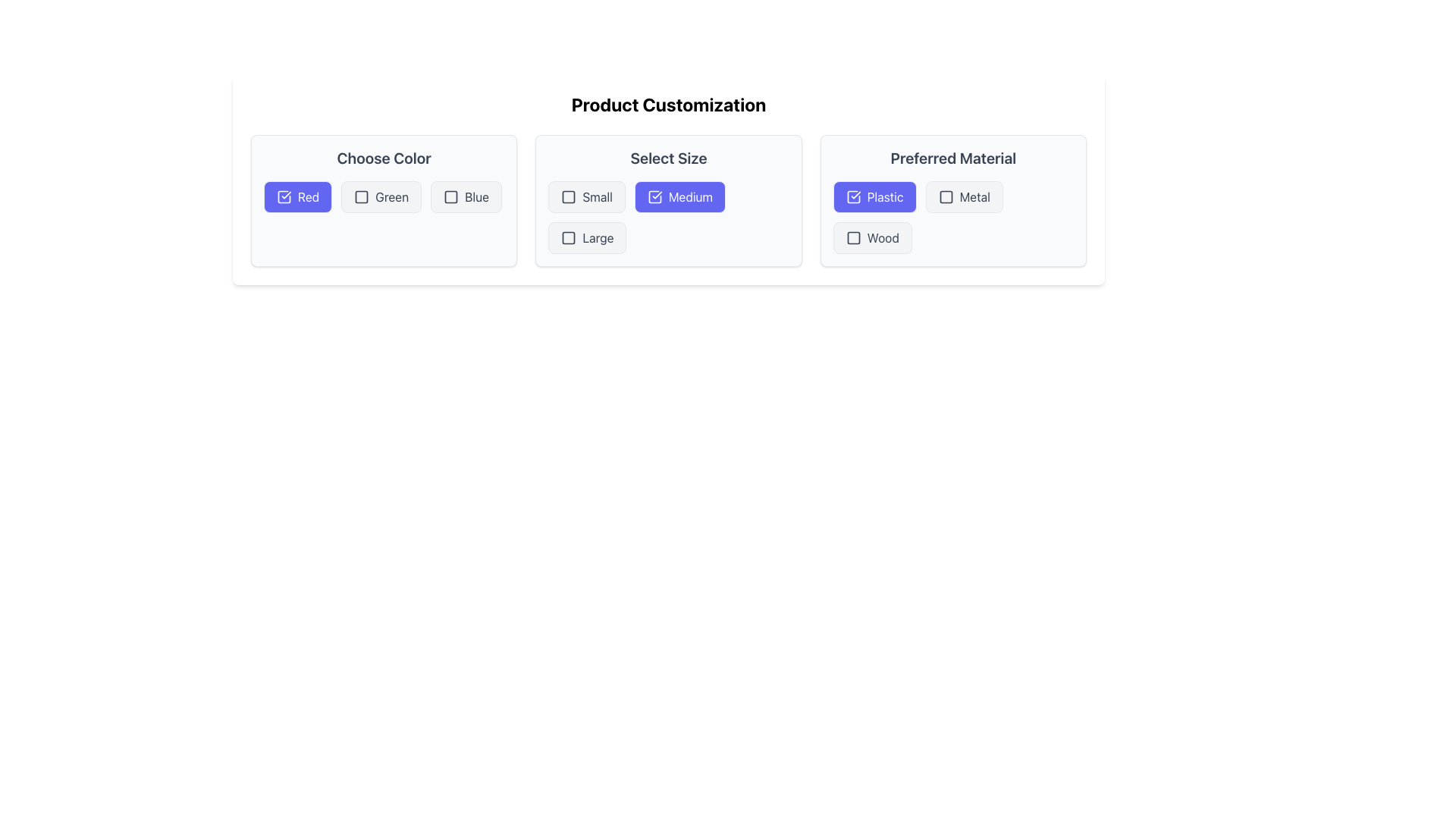  What do you see at coordinates (586, 196) in the screenshot?
I see `the 'Small' size button, which is a clickable button styled with a rounded rectangle shape, light gray background, and dark gray text, containing a checkbox icon to the left` at bounding box center [586, 196].